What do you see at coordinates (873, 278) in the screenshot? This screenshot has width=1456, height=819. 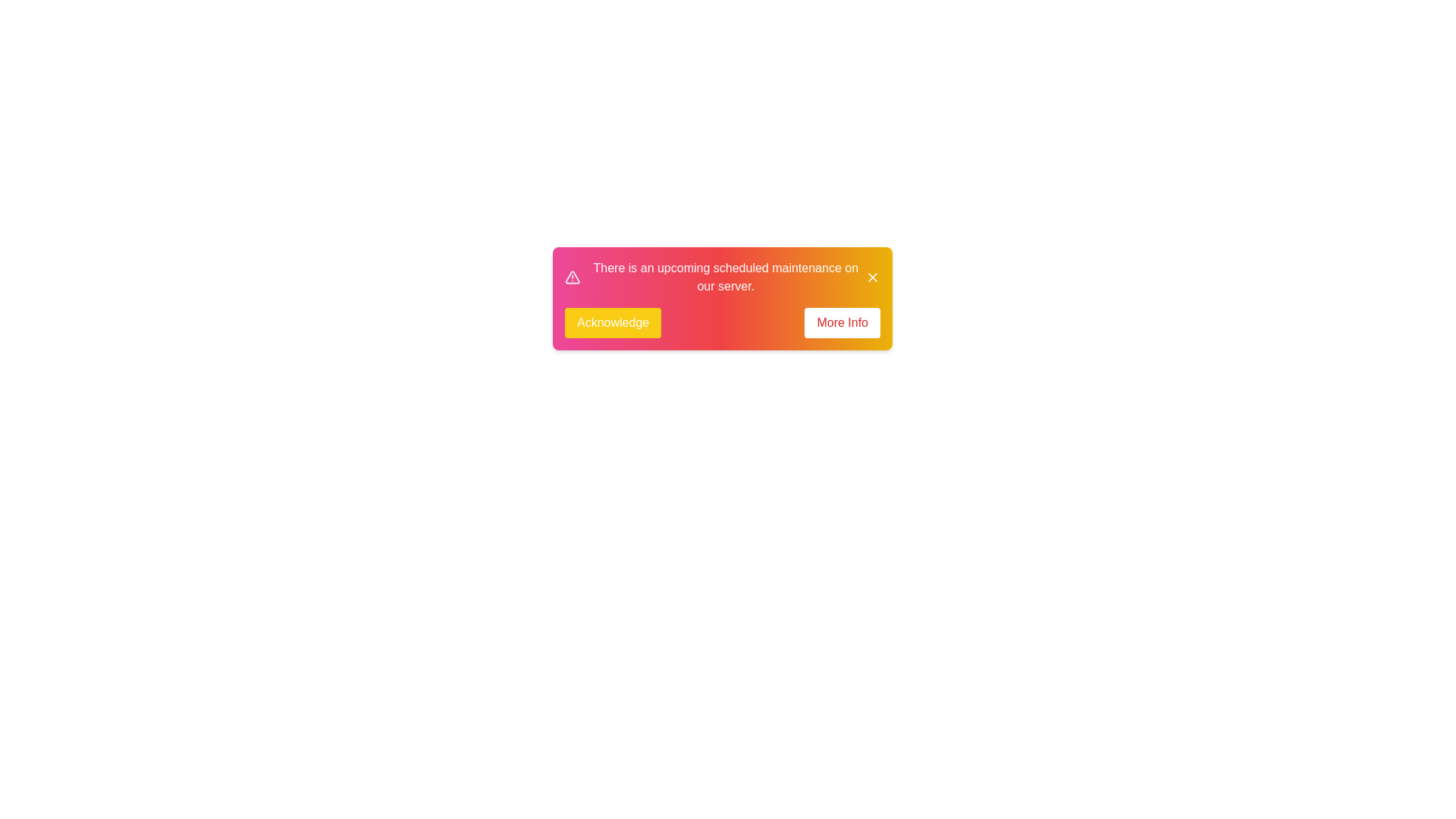 I see `the close button to dismiss the notification` at bounding box center [873, 278].